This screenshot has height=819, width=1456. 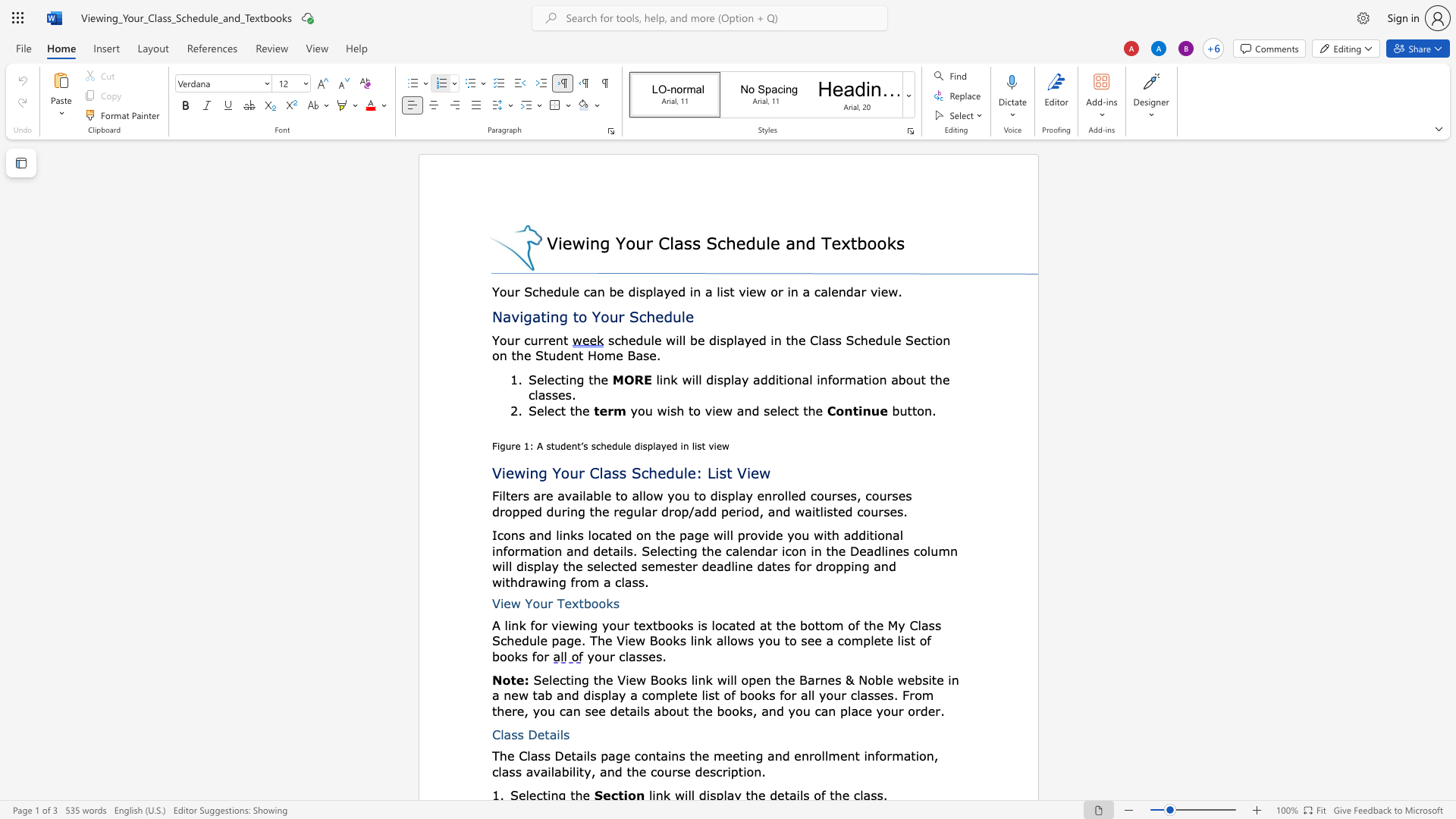 I want to click on the space between the continuous character "n" and "g" in the text, so click(x=558, y=315).